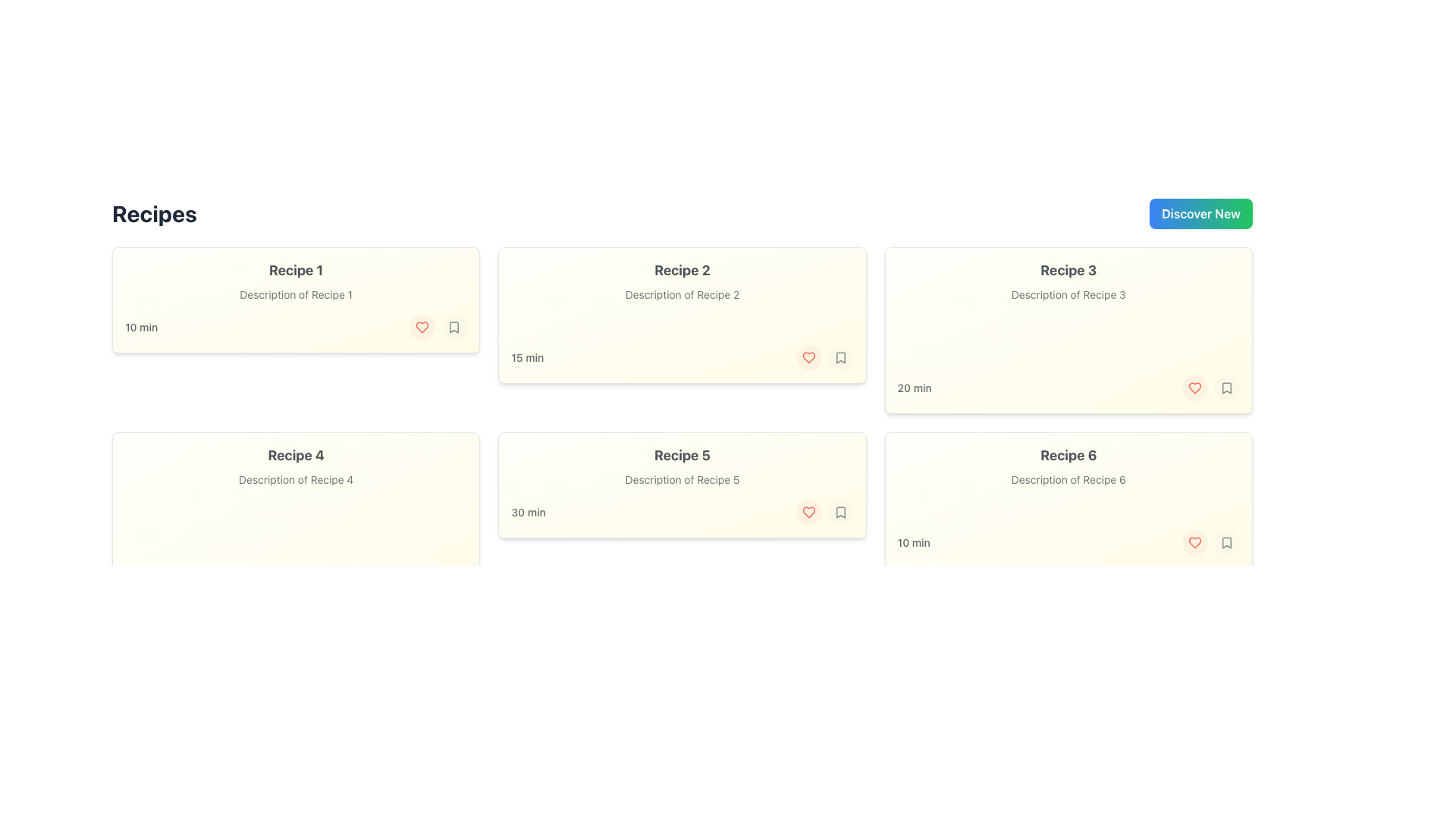  Describe the element at coordinates (1068, 329) in the screenshot. I see `the decorative gradient background overlay of the card 'Recipe 3' located in the second row, third column of the grid layout` at that location.